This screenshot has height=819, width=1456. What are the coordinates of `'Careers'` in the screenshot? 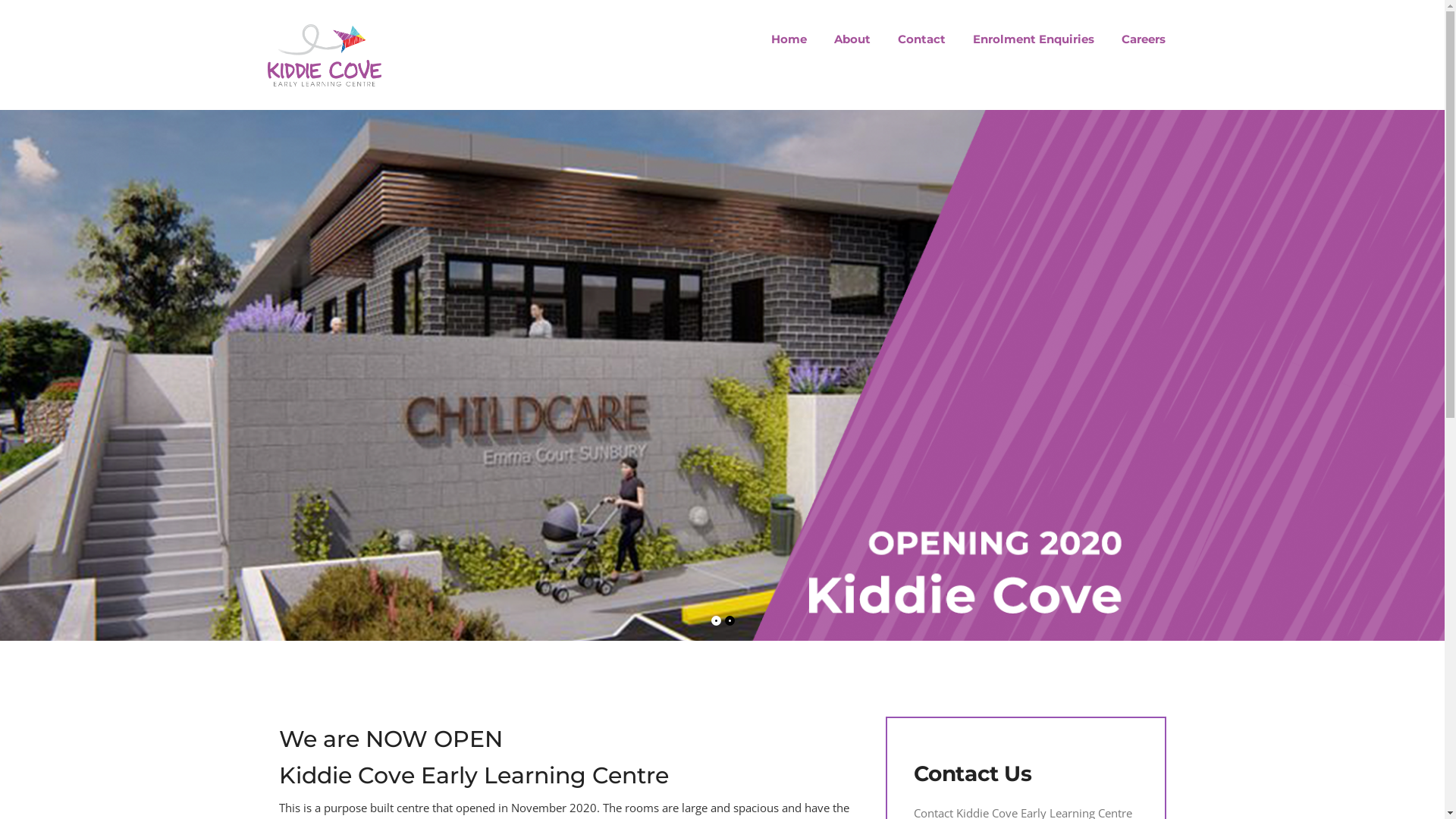 It's located at (1107, 38).